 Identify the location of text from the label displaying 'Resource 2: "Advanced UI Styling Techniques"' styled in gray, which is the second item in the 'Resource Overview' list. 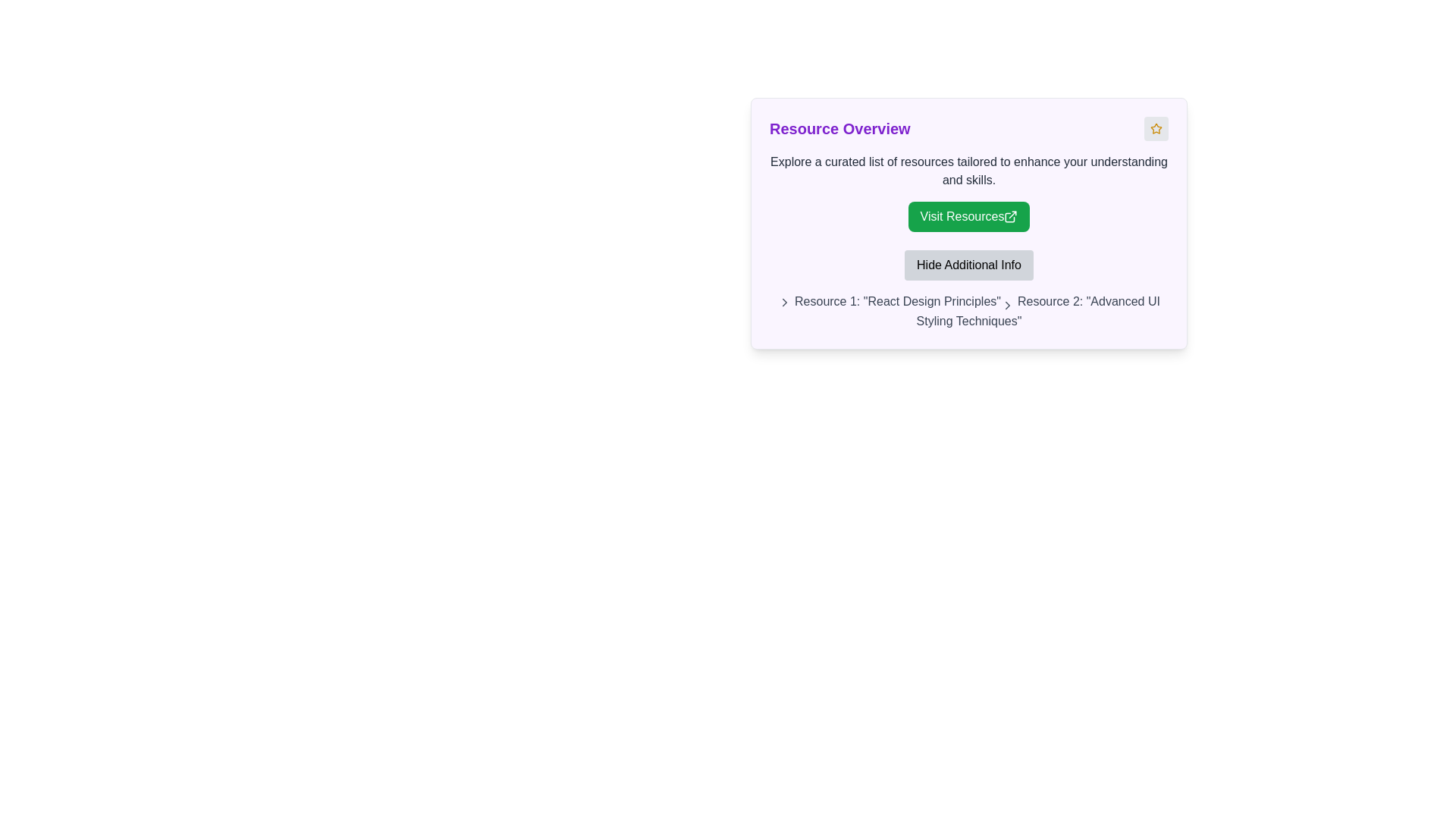
(1037, 310).